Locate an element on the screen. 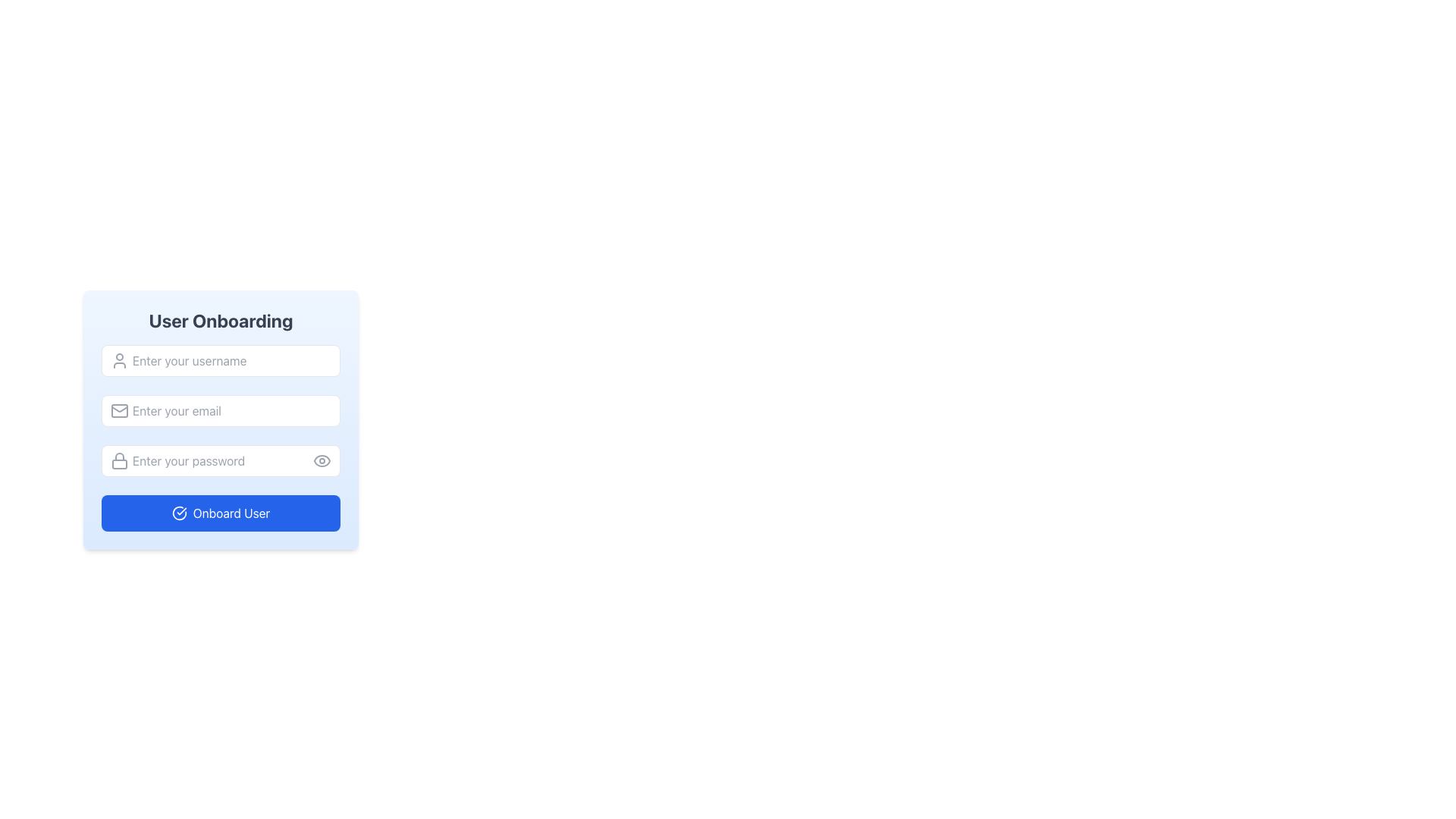 This screenshot has width=1456, height=819. the email input field located in the 'User Onboarding' section is located at coordinates (220, 411).